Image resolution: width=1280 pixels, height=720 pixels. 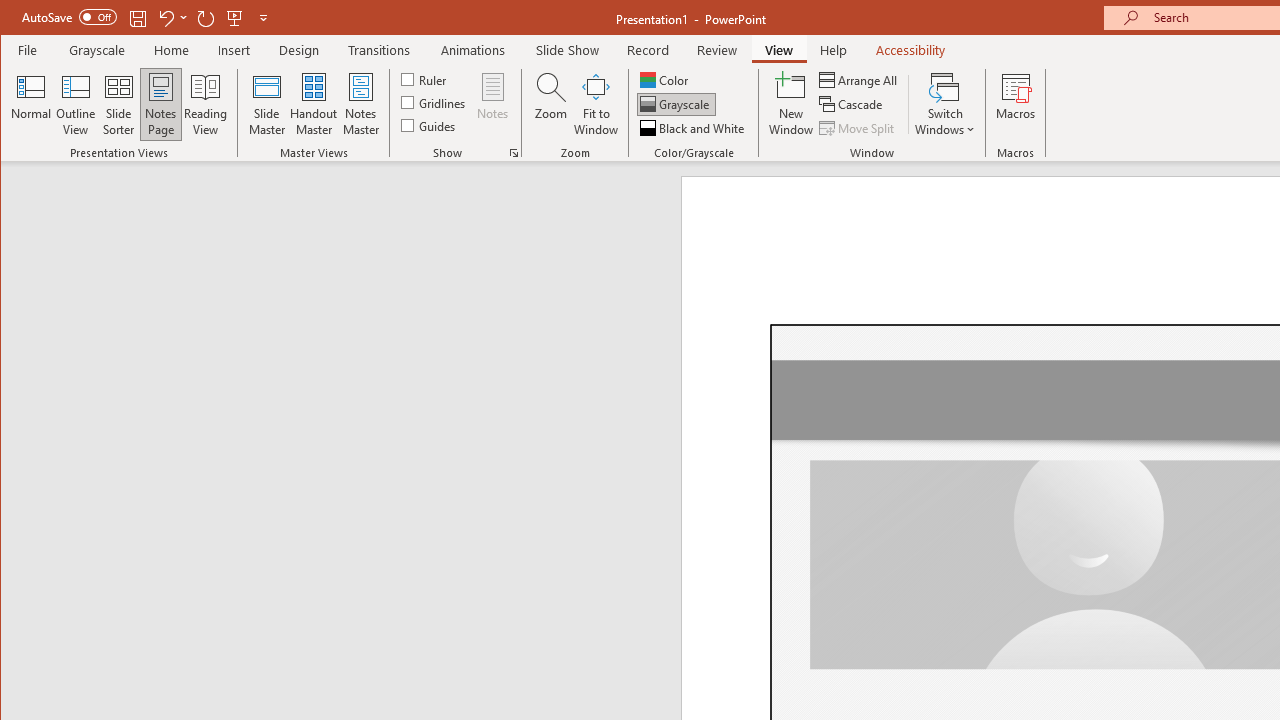 I want to click on 'Zoom...', so click(x=551, y=104).